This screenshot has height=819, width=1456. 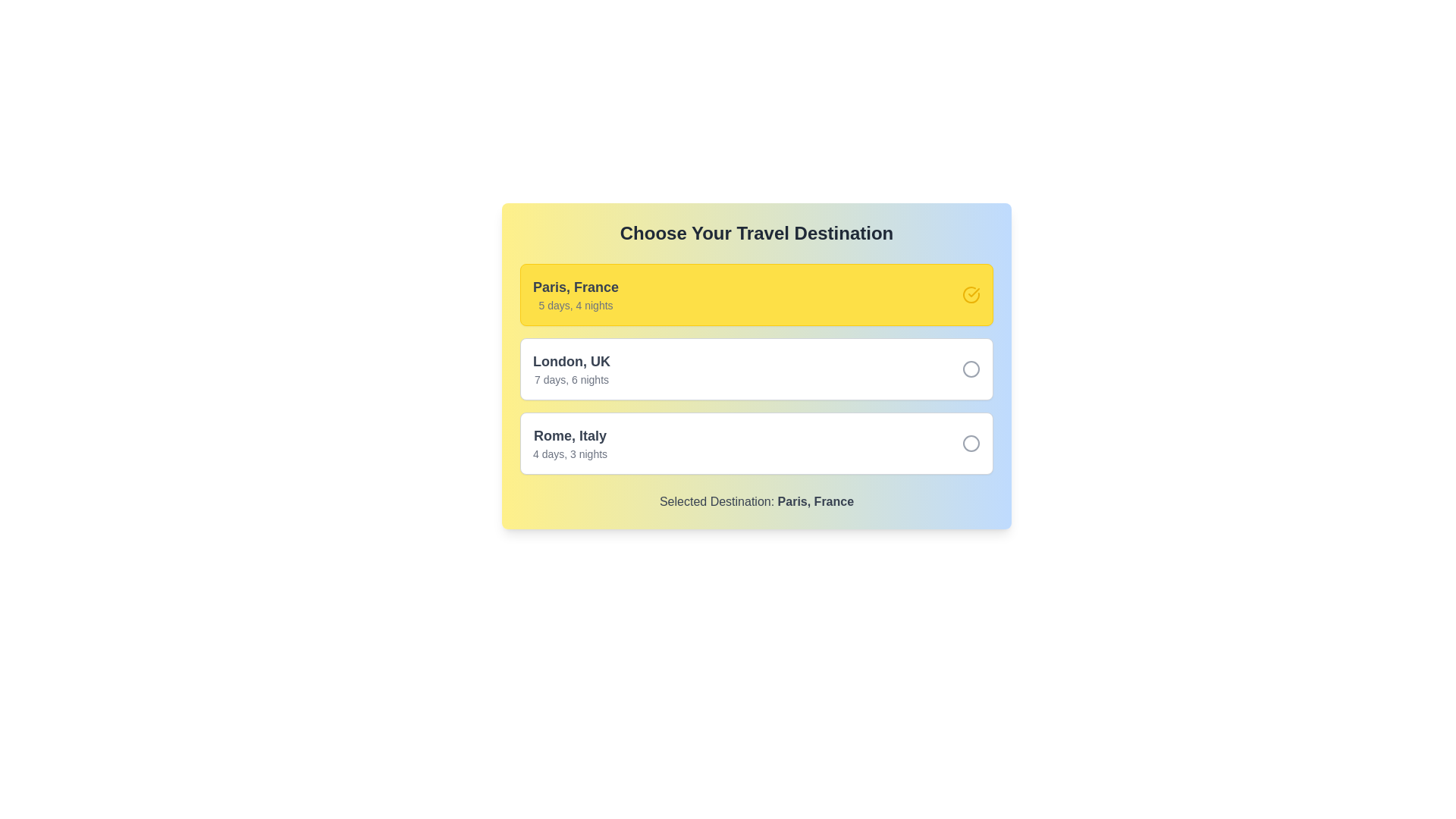 I want to click on the text label displaying '7 days, 6 nights' located under the label 'London, UK' within the travel destination options box, so click(x=570, y=379).